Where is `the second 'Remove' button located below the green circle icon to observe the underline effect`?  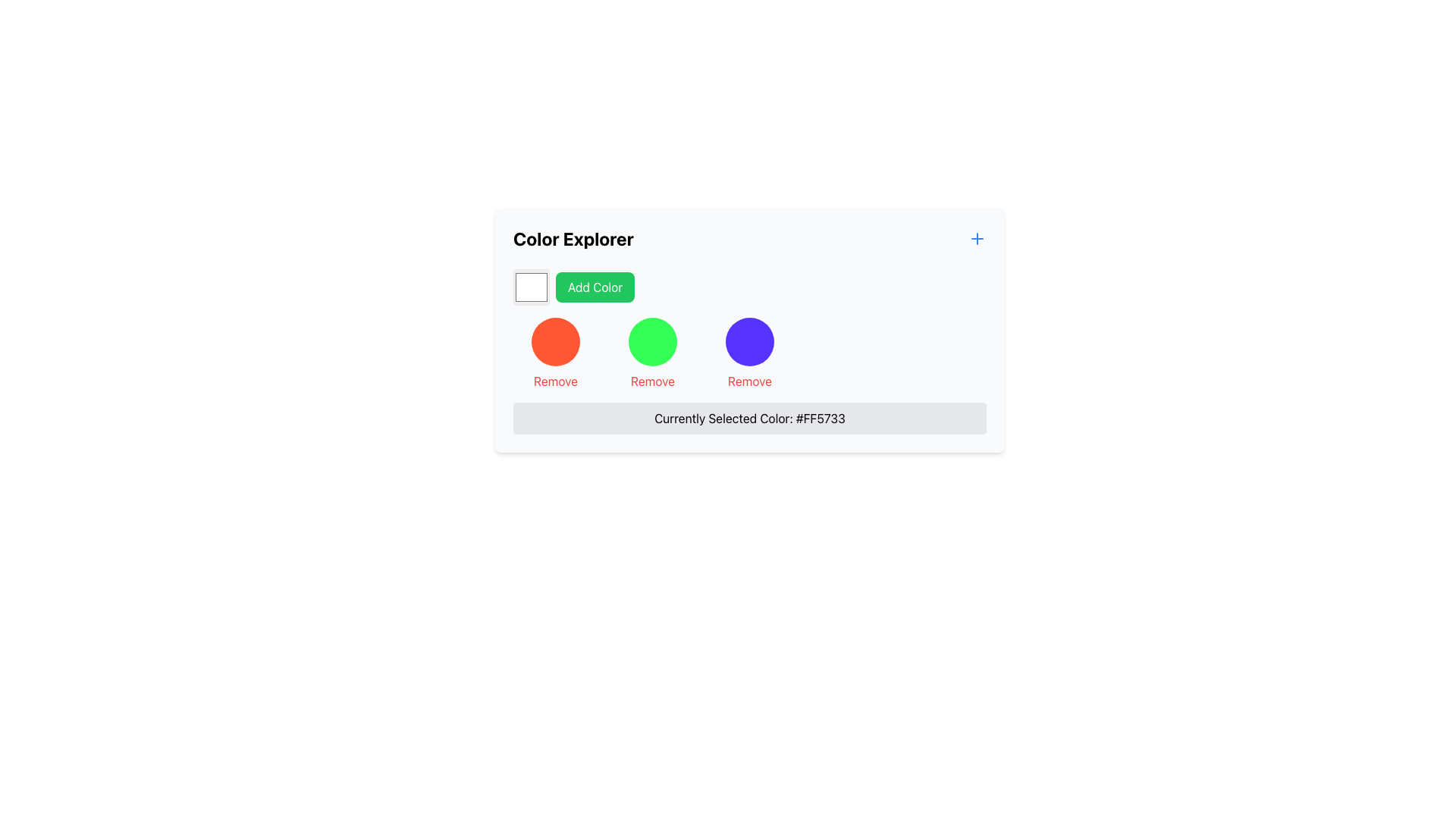 the second 'Remove' button located below the green circle icon to observe the underline effect is located at coordinates (652, 380).